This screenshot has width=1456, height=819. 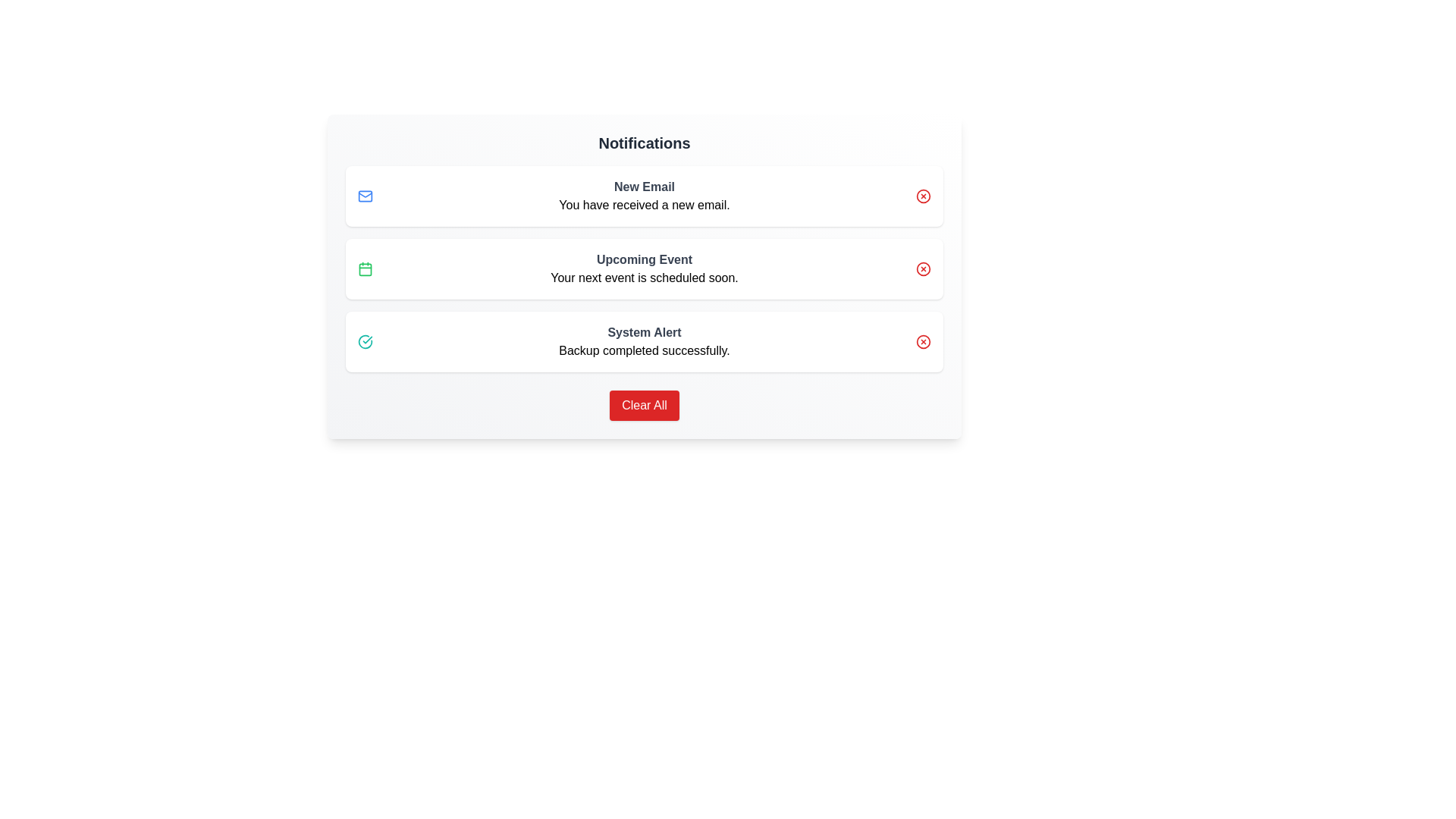 What do you see at coordinates (365, 195) in the screenshot?
I see `the blue mail icon depicted as an envelope, located at the leftmost end of the 'New Email' notification card` at bounding box center [365, 195].